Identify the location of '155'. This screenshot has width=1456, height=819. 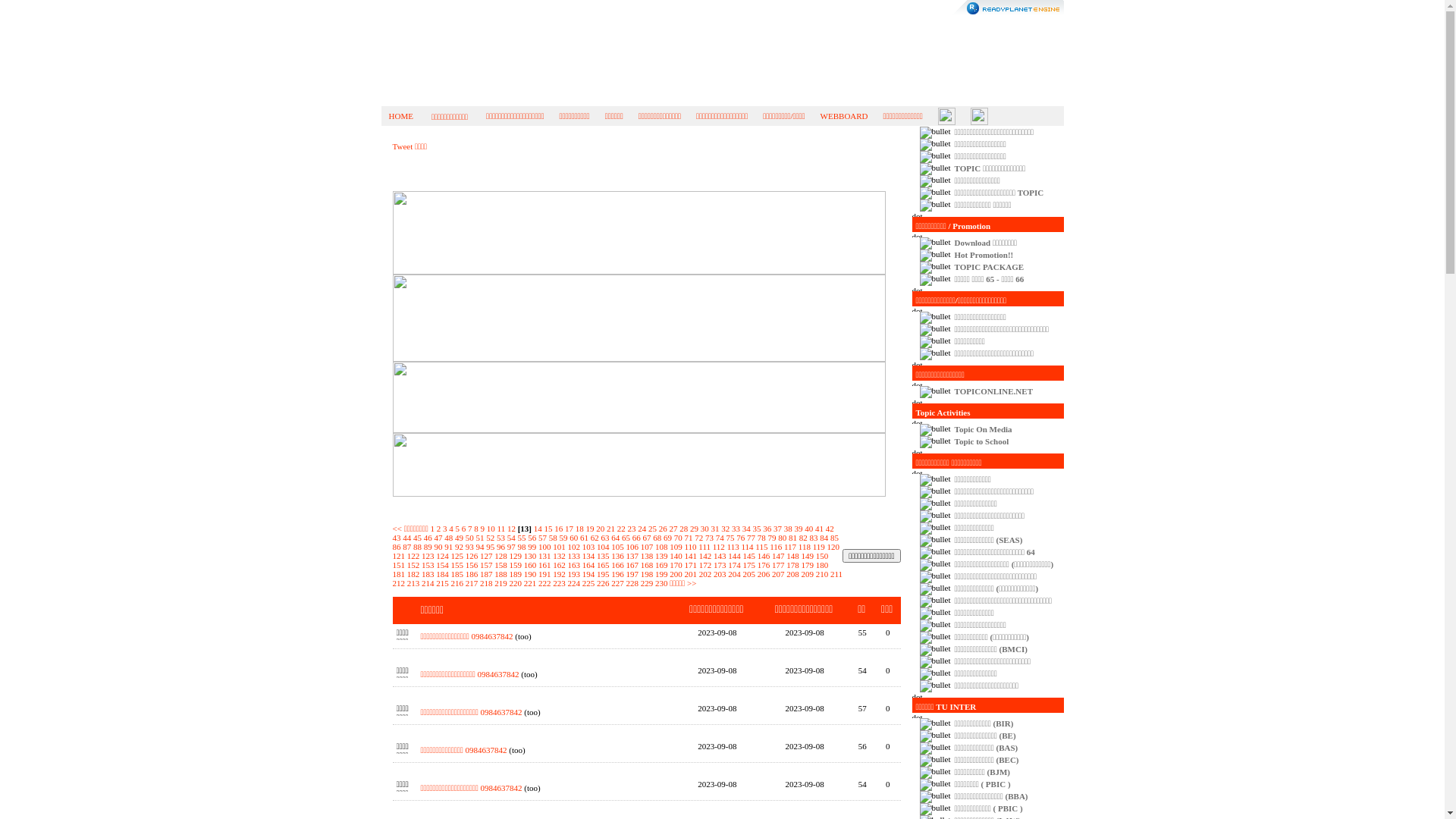
(456, 564).